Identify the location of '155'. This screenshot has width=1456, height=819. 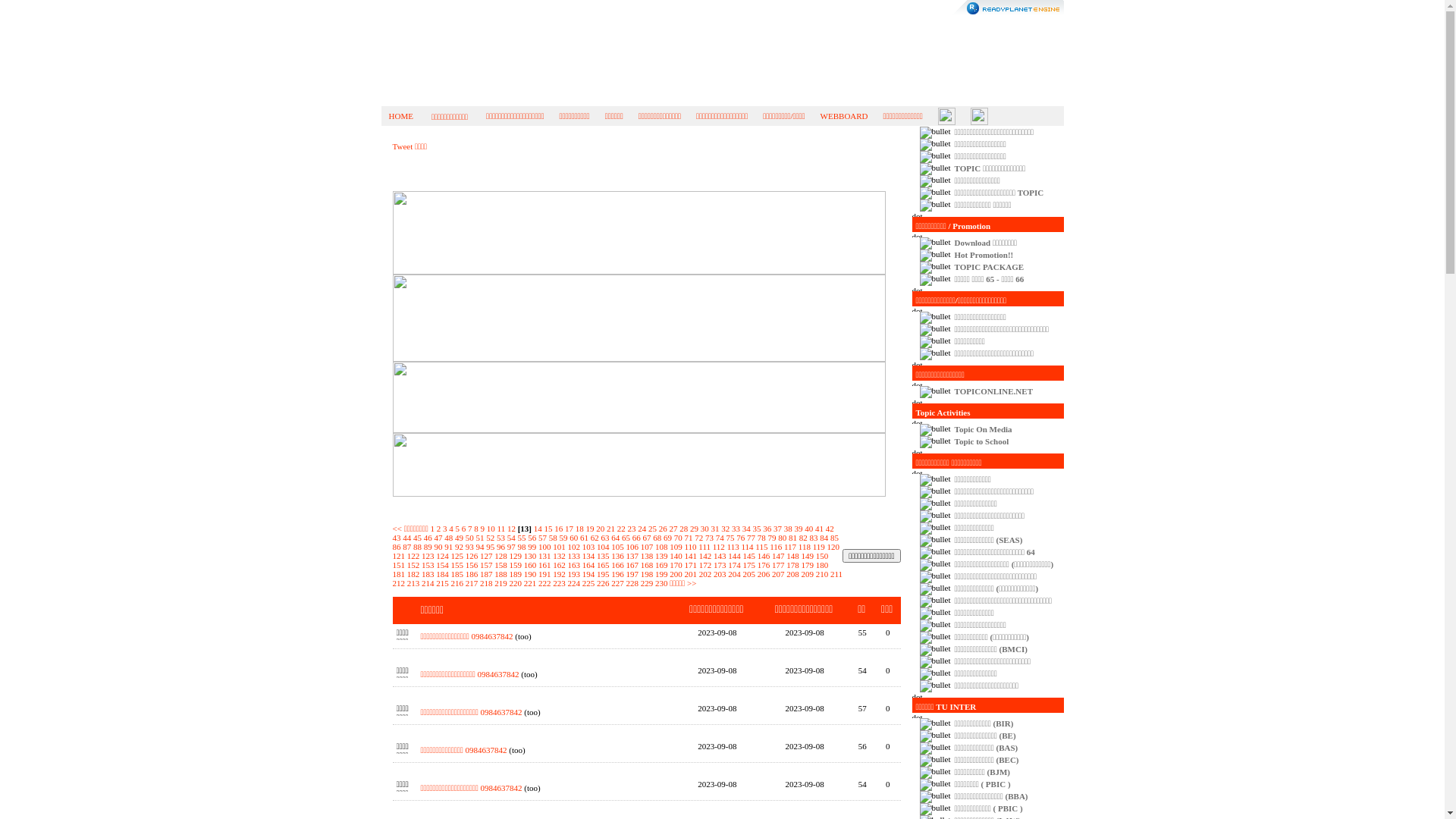
(456, 564).